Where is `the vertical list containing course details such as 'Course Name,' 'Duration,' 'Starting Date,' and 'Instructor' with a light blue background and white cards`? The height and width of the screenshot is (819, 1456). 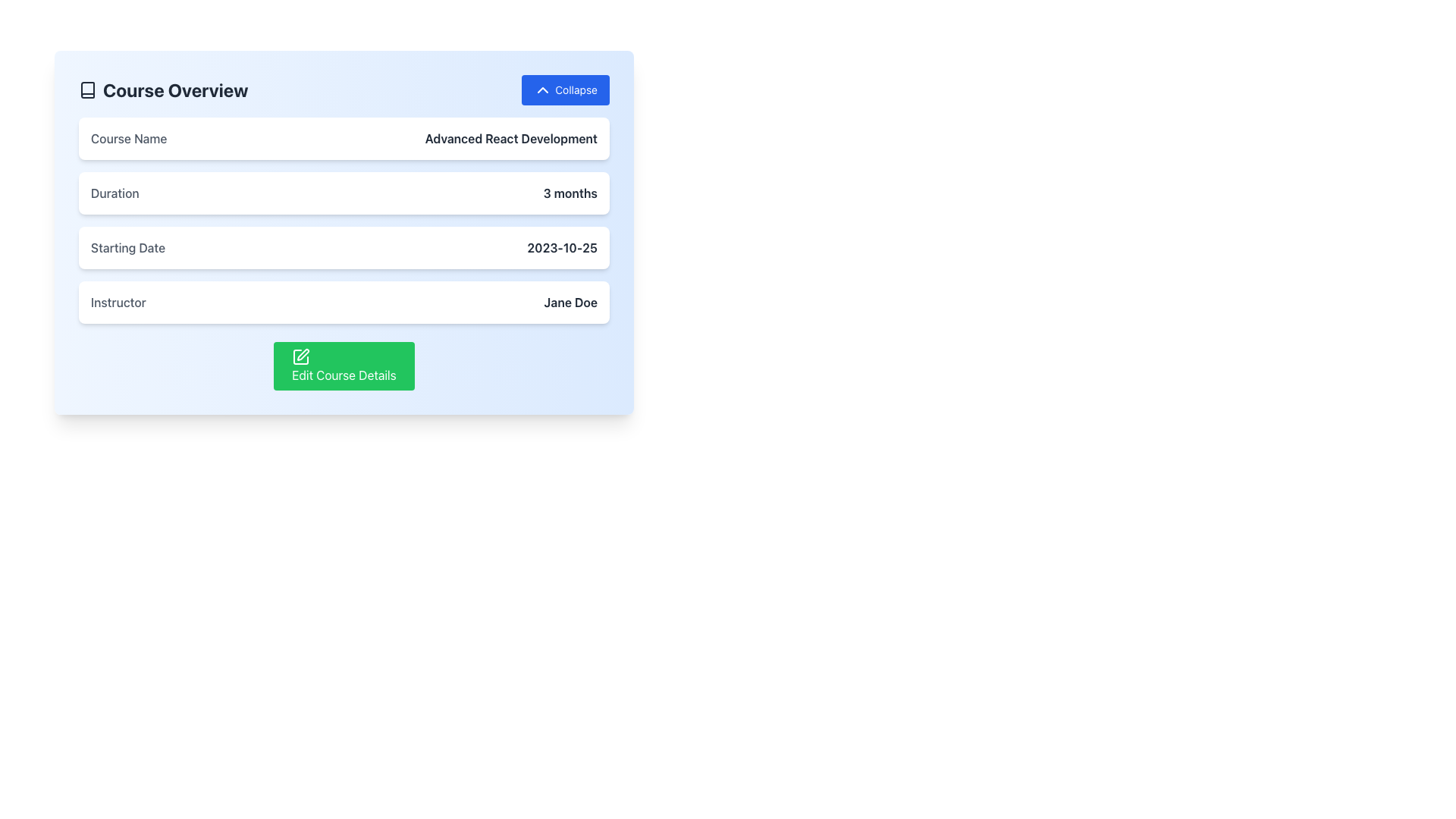 the vertical list containing course details such as 'Course Name,' 'Duration,' 'Starting Date,' and 'Instructor' with a light blue background and white cards is located at coordinates (344, 220).